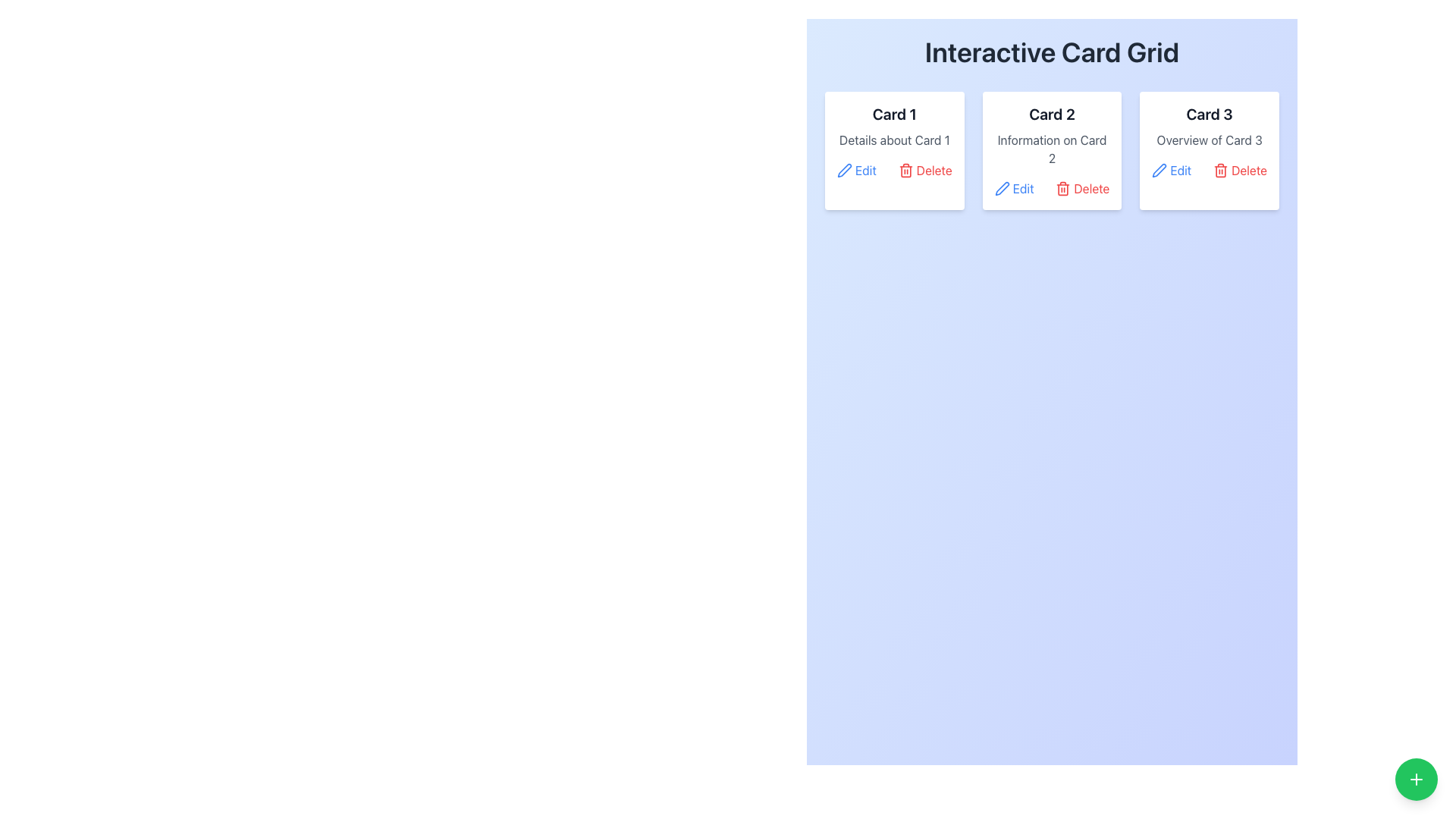 The width and height of the screenshot is (1456, 819). I want to click on the blue pen-shaped icon located to the left of the 'Edit' text in the bottom part of 'Card 1', so click(843, 170).